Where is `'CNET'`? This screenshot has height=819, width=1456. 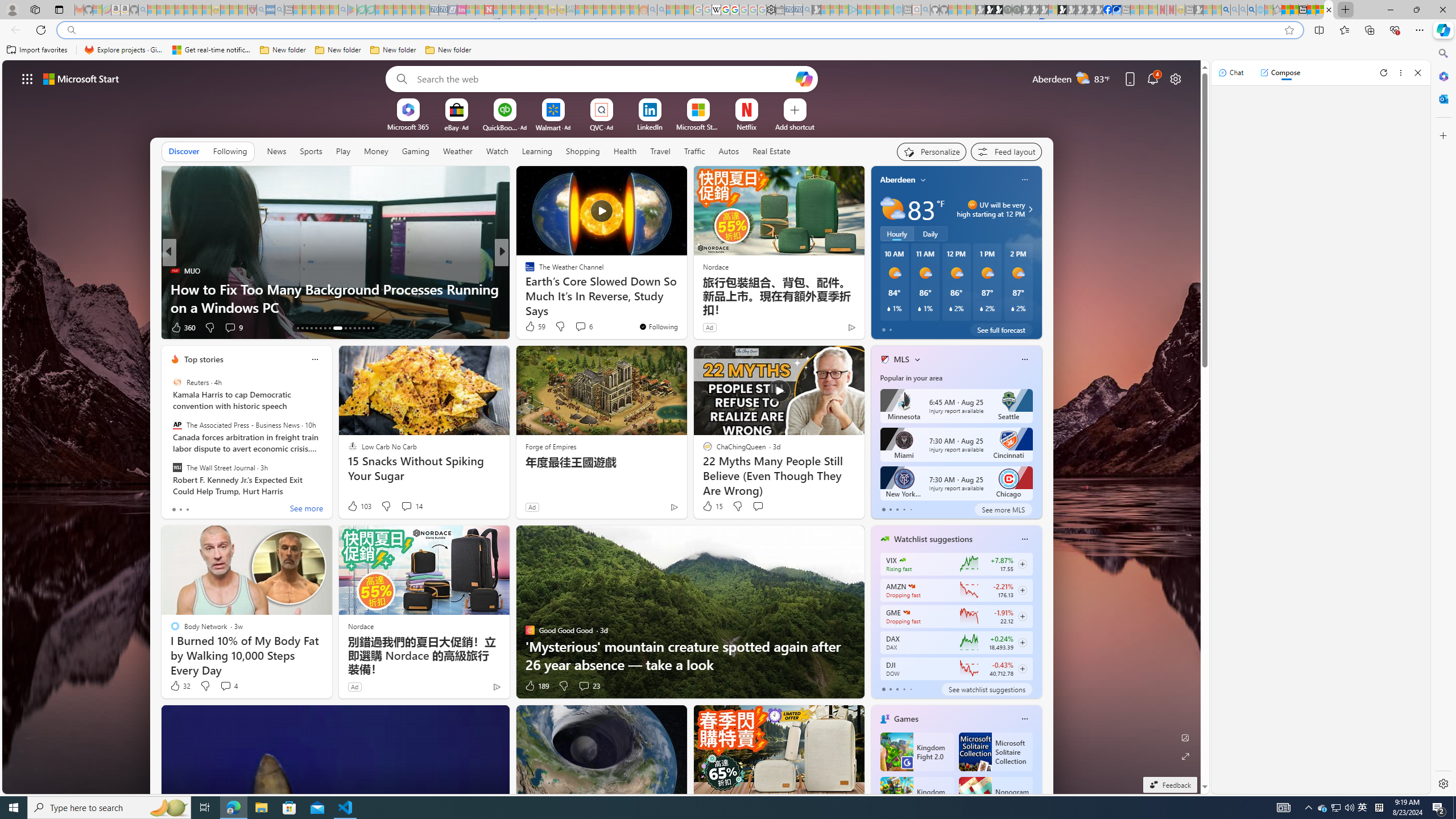 'CNET' is located at coordinates (524, 270).